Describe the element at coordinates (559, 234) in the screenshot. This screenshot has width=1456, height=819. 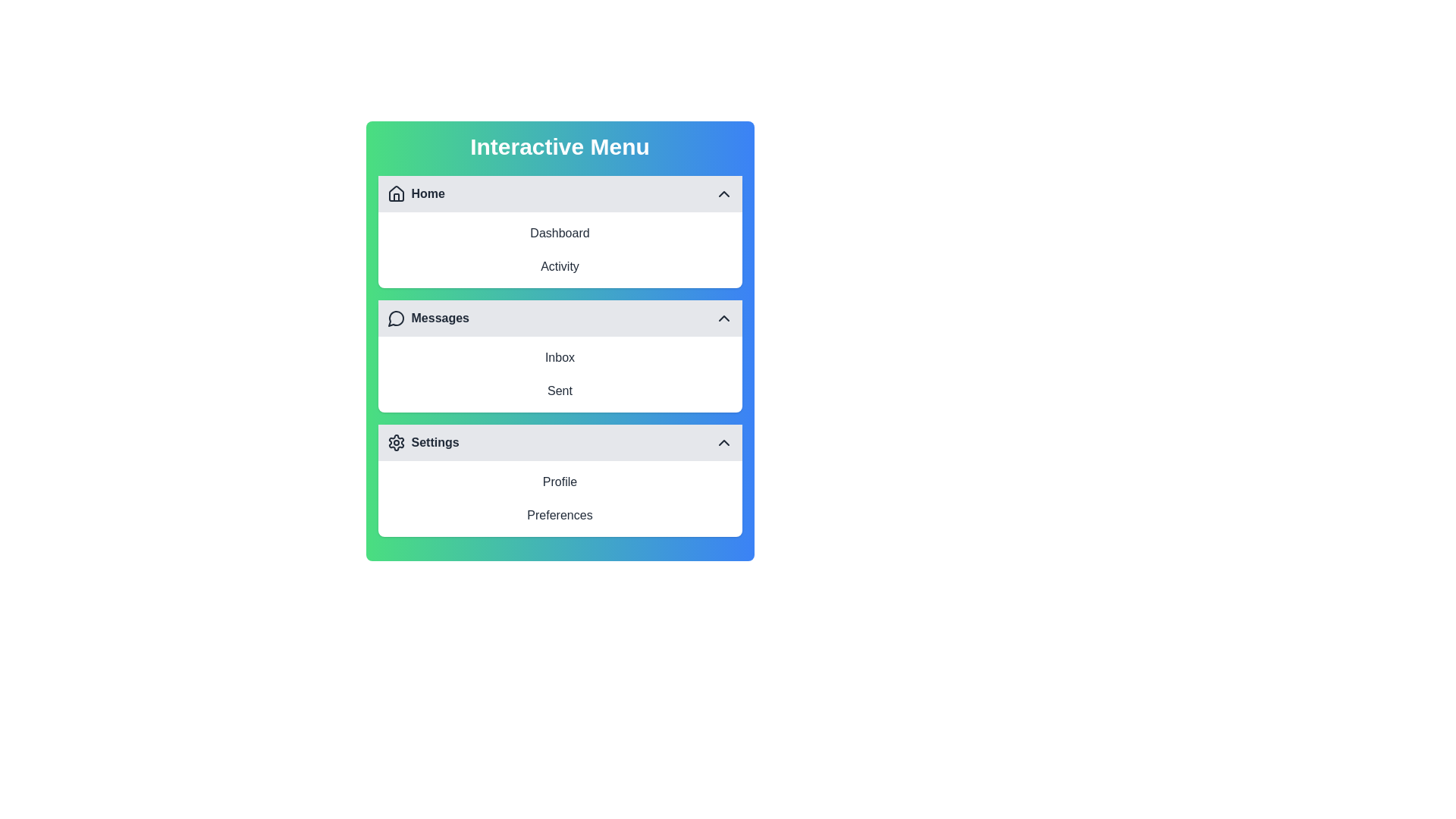
I see `the menu item corresponding to Dashboard to select it` at that location.